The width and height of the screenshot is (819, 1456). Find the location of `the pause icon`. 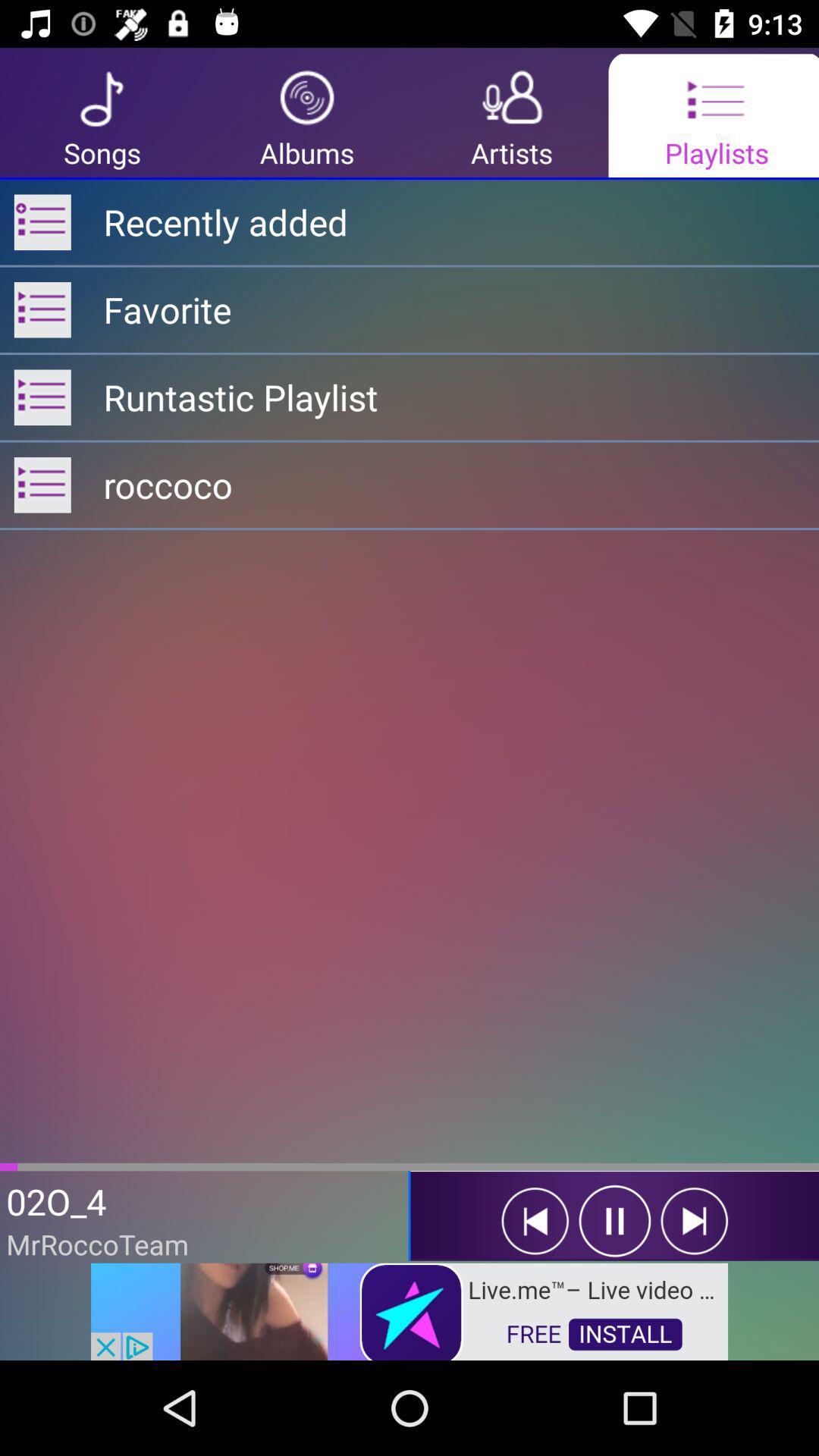

the pause icon is located at coordinates (614, 1221).